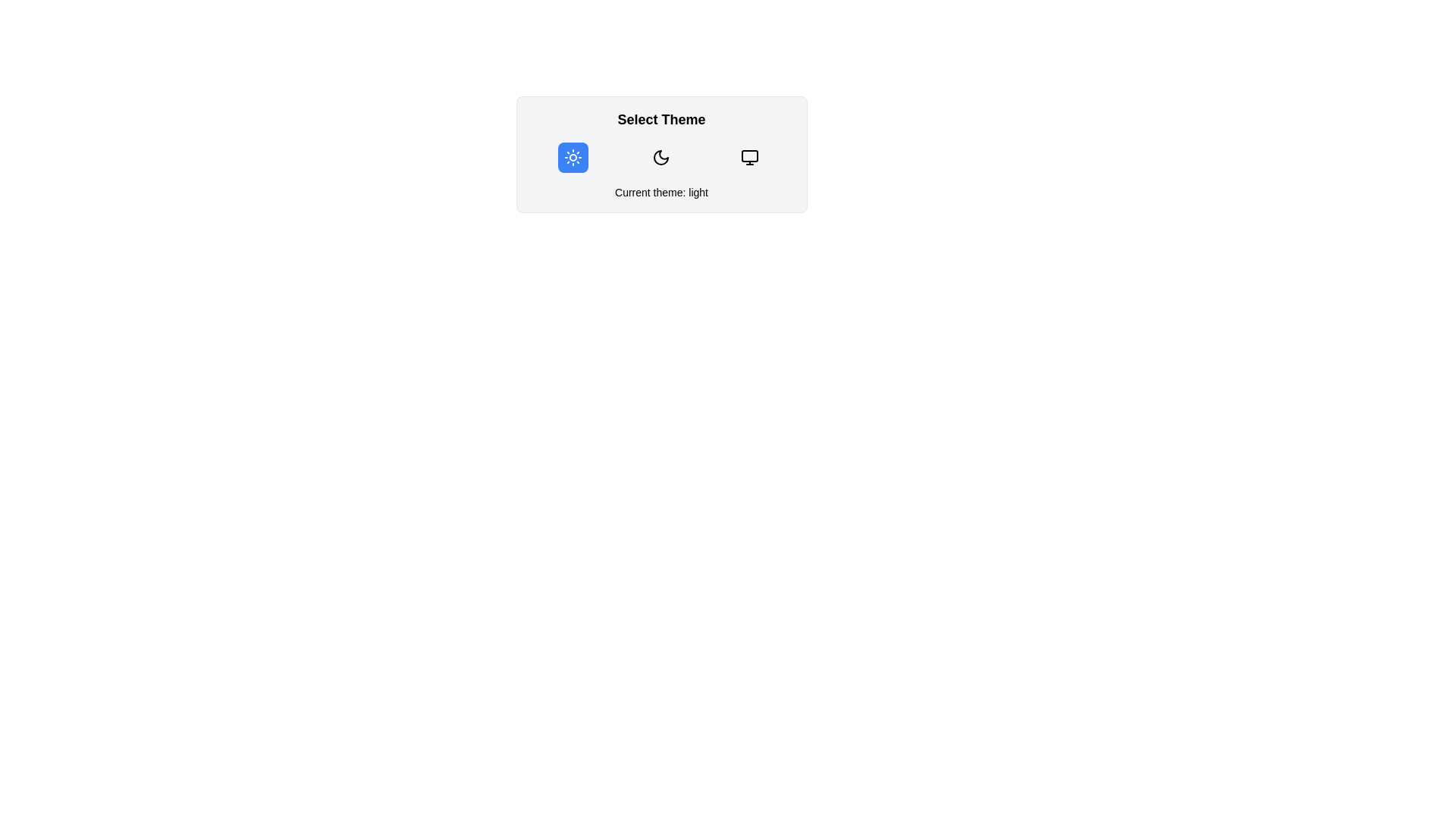 The height and width of the screenshot is (819, 1456). Describe the element at coordinates (661, 155) in the screenshot. I see `the middle icon of the theme selection component` at that location.